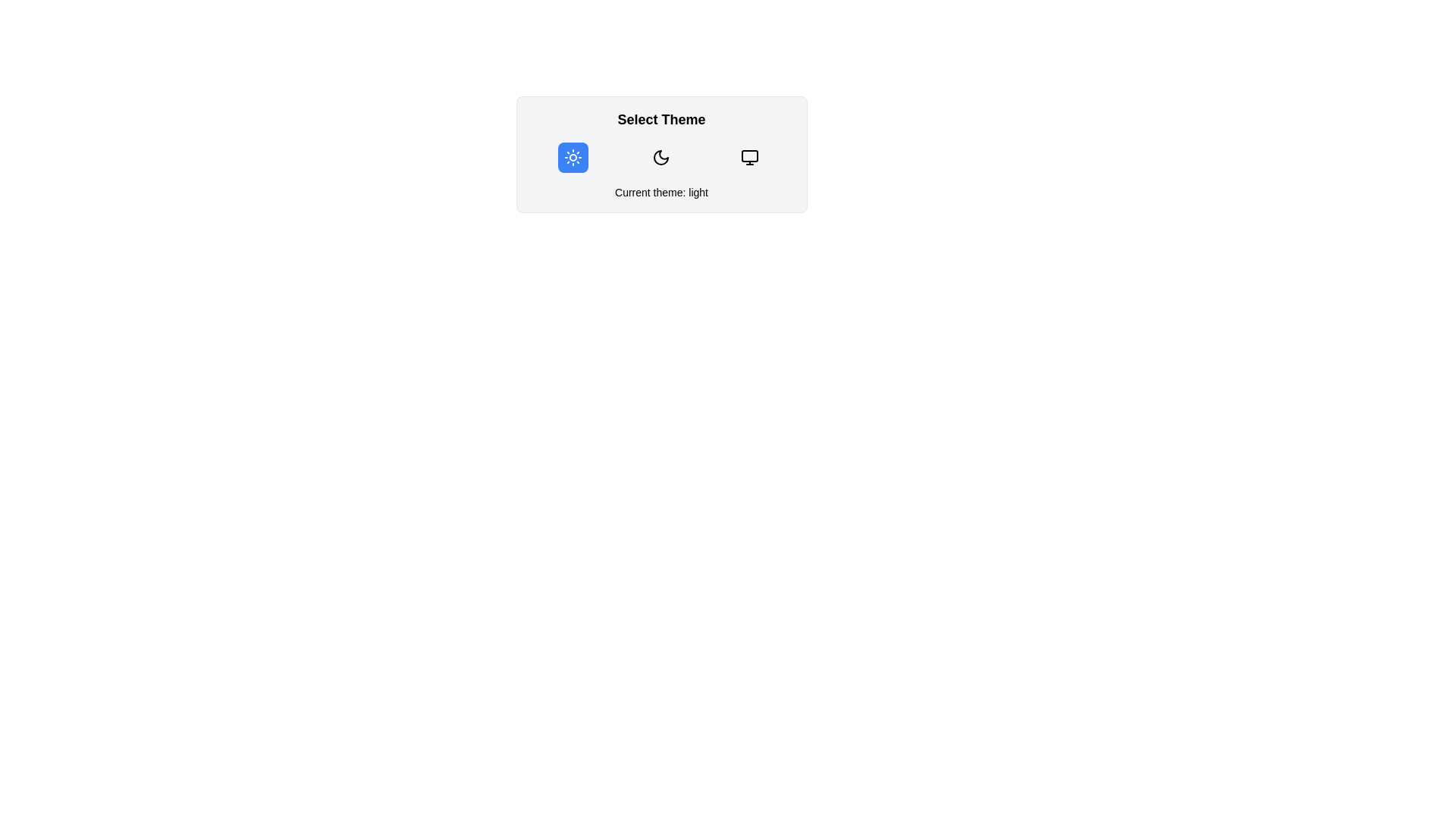 The height and width of the screenshot is (819, 1456). Describe the element at coordinates (661, 155) in the screenshot. I see `the middle icon of the theme selection component` at that location.